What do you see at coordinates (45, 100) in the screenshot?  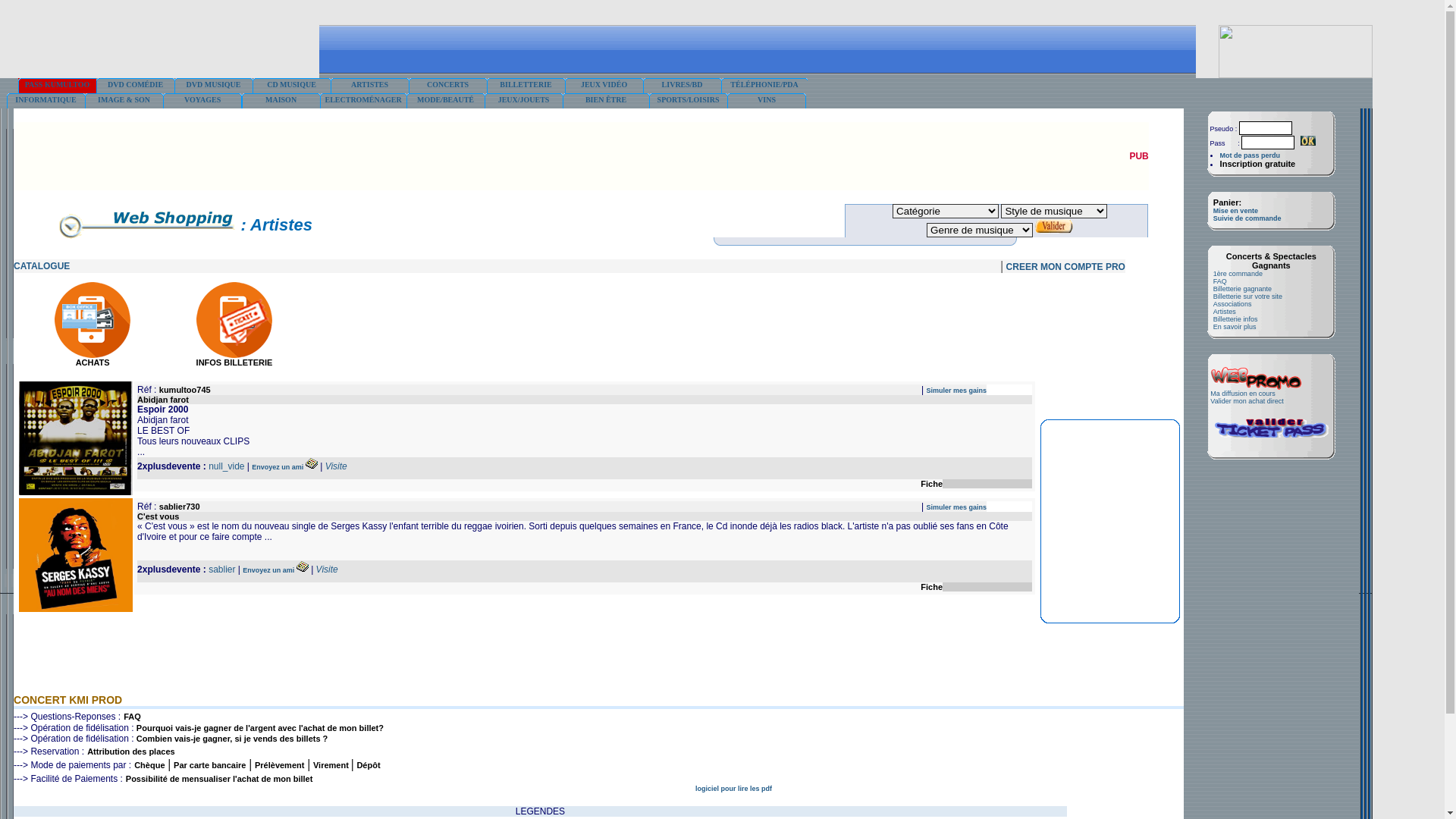 I see `'INFORMATIQUE'` at bounding box center [45, 100].